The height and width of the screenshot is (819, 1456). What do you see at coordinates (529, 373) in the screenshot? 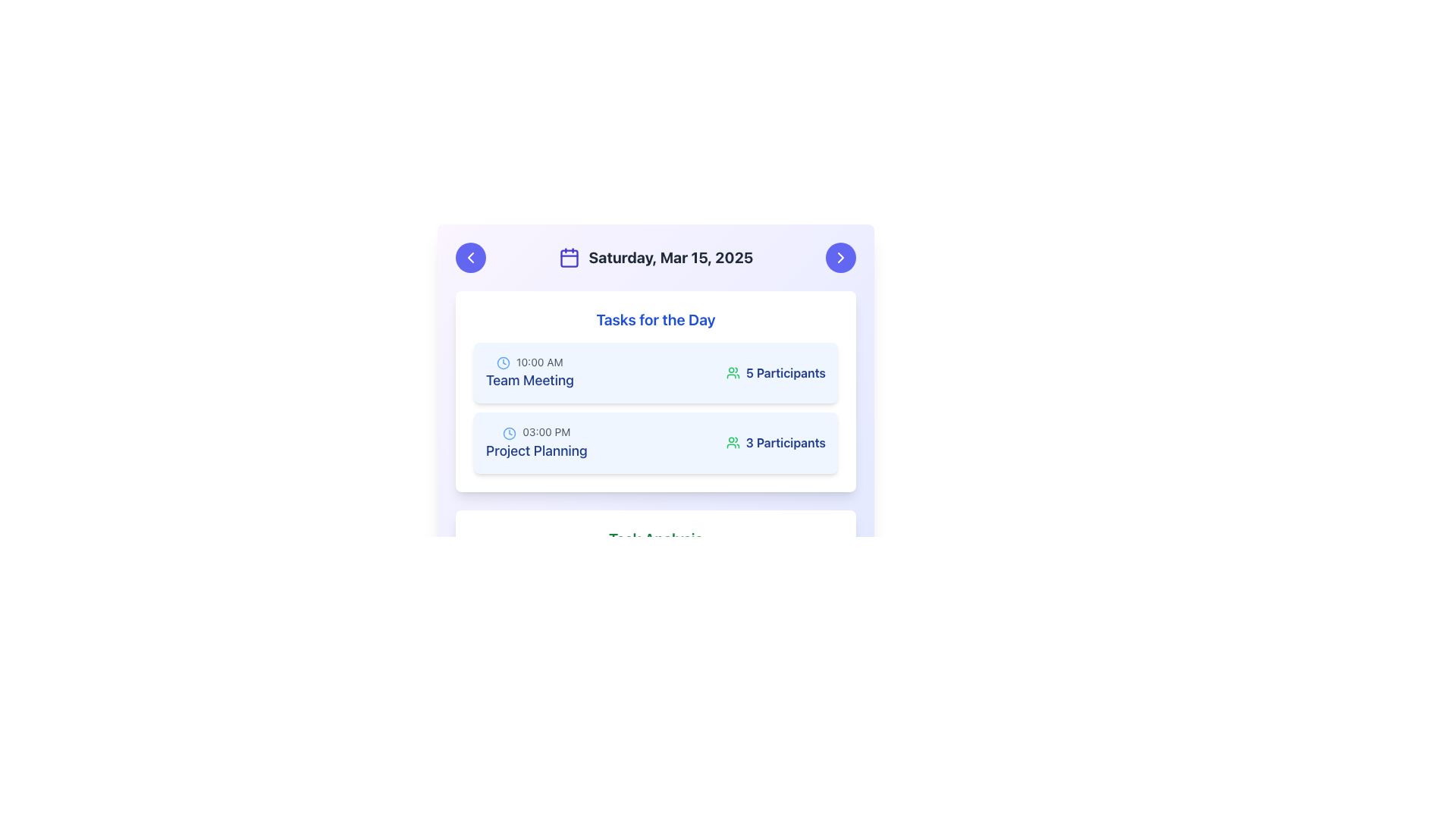
I see `the Informational Label displaying '10:00 AM Team Meeting'` at bounding box center [529, 373].